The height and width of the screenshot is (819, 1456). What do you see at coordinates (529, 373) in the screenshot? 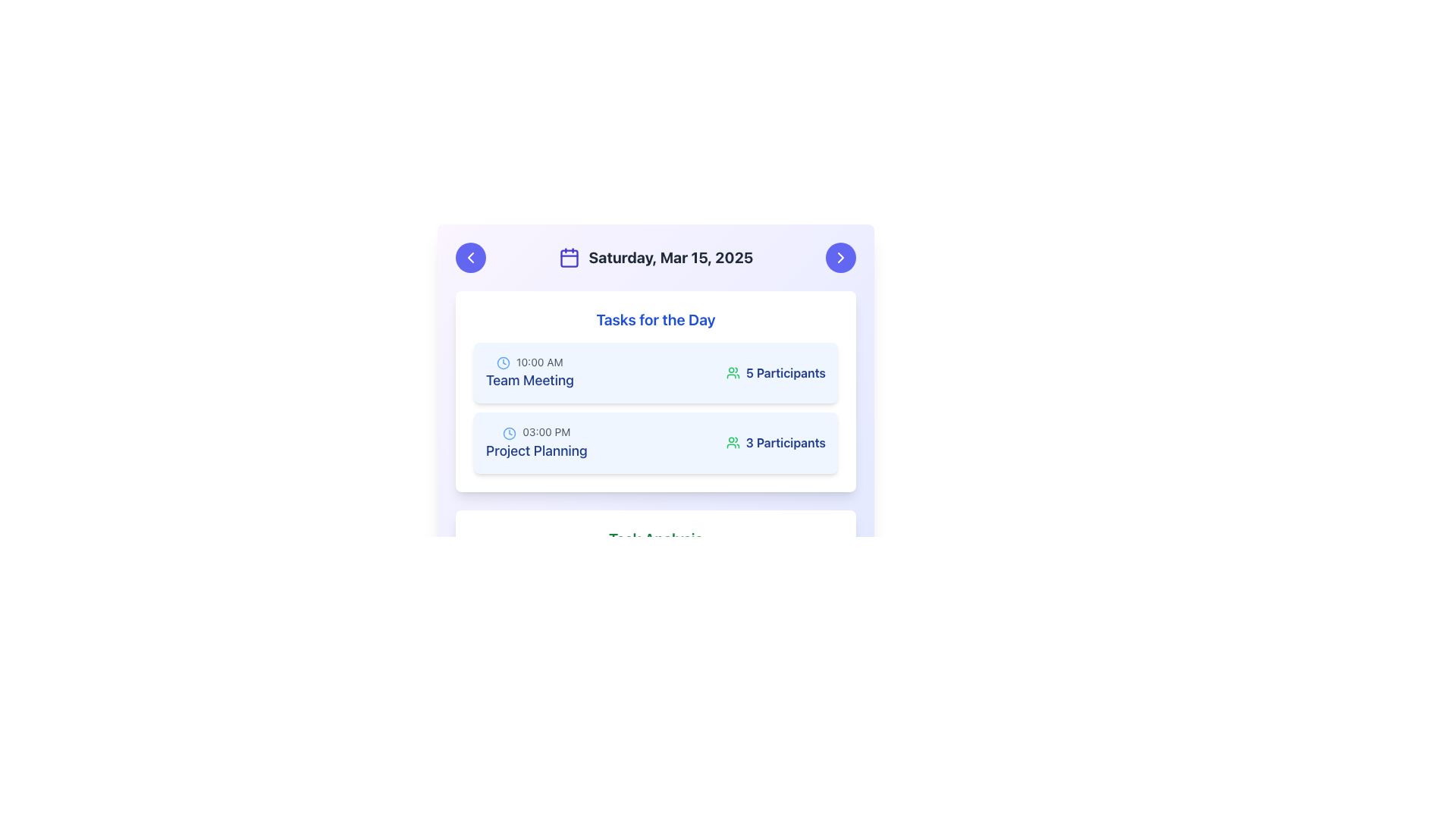
I see `the Informational Label displaying '10:00 AM Team Meeting'` at bounding box center [529, 373].